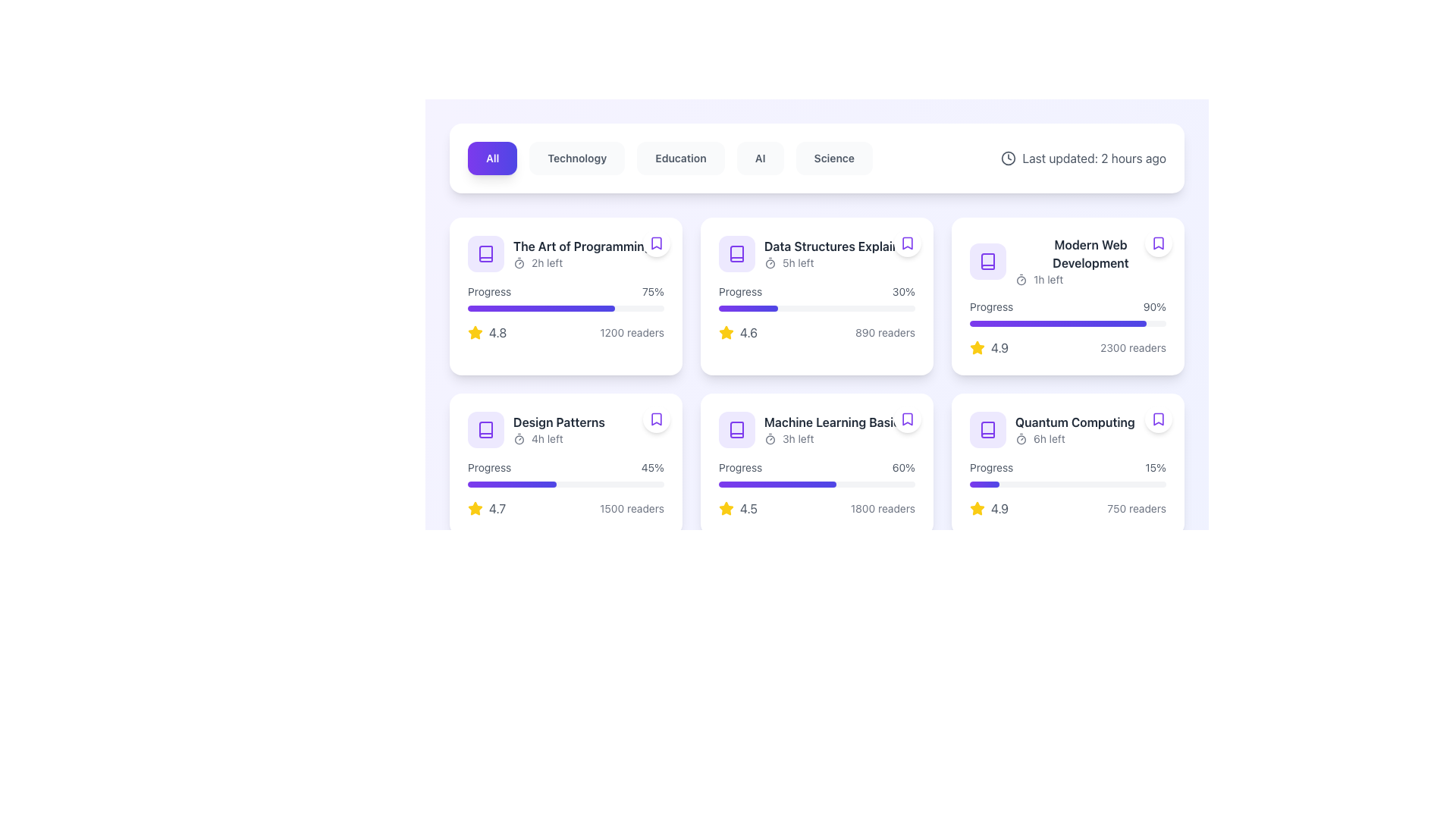 The image size is (1456, 819). Describe the element at coordinates (565, 253) in the screenshot. I see `the title text of the 'The Art of Programming' course in the first card of the grid` at that location.